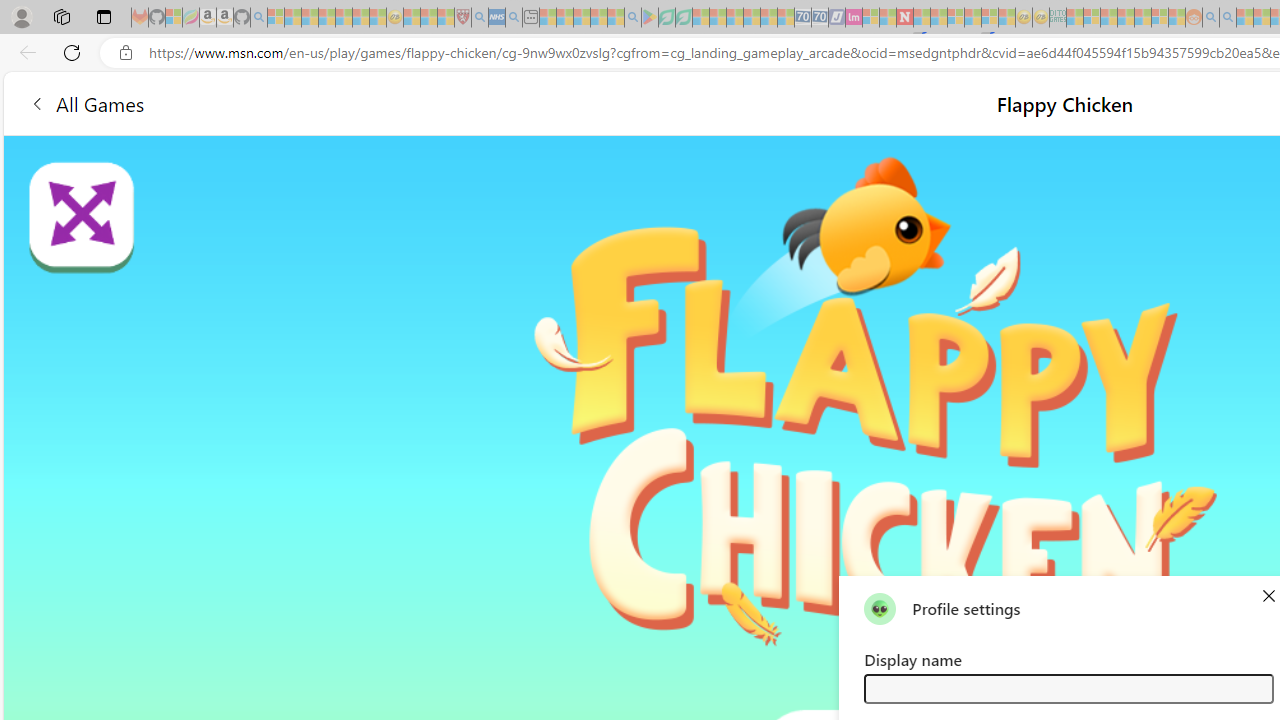 The image size is (1280, 720). What do you see at coordinates (819, 17) in the screenshot?
I see `'Cheap Hotels - Save70.com - Sleeping'` at bounding box center [819, 17].